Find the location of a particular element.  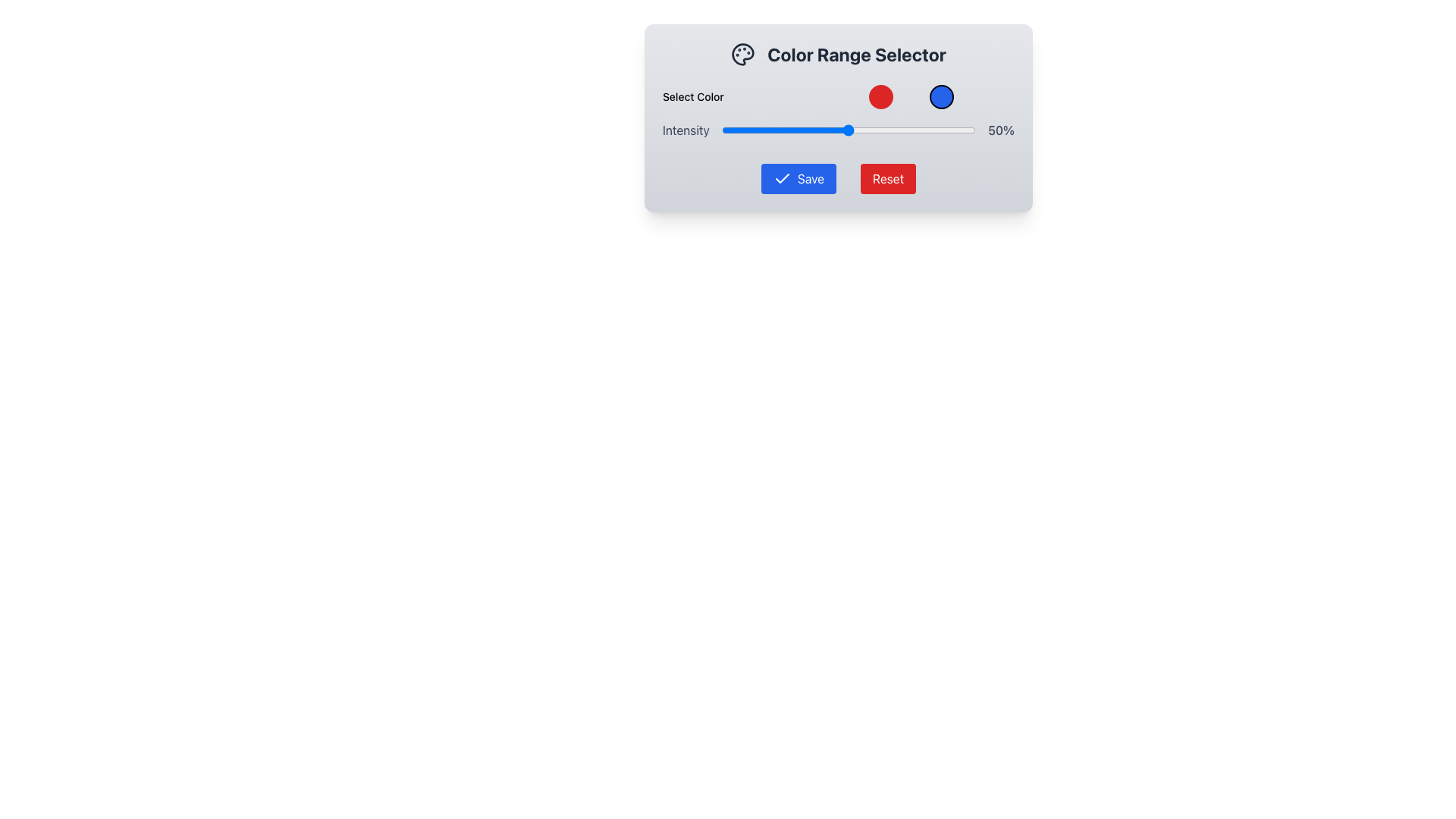

the blue circular color button under the 'Select Color' label, which is the third button in the row of five color options is located at coordinates (941, 96).